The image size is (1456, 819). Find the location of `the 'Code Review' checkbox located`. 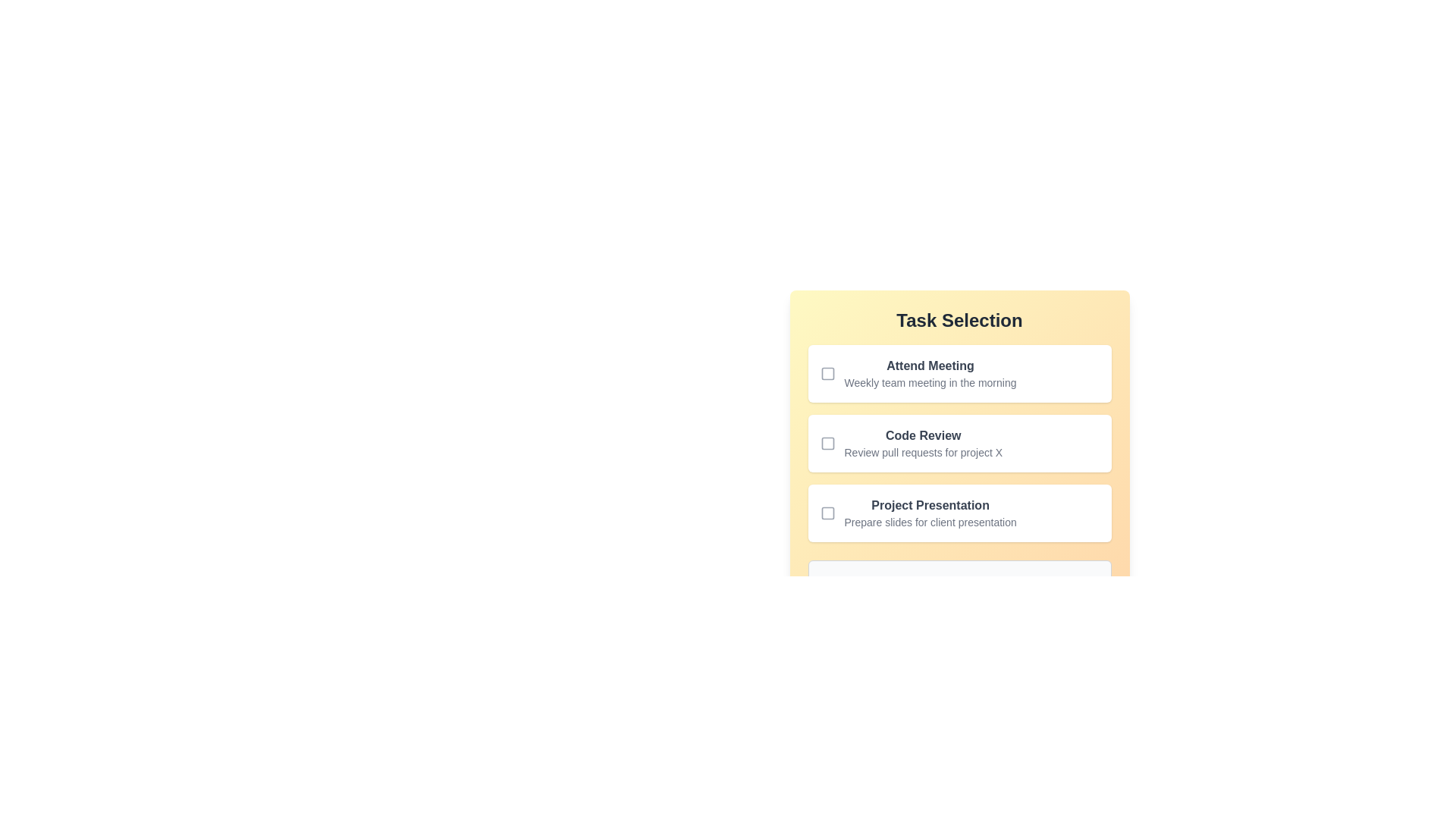

the 'Code Review' checkbox located is located at coordinates (910, 444).